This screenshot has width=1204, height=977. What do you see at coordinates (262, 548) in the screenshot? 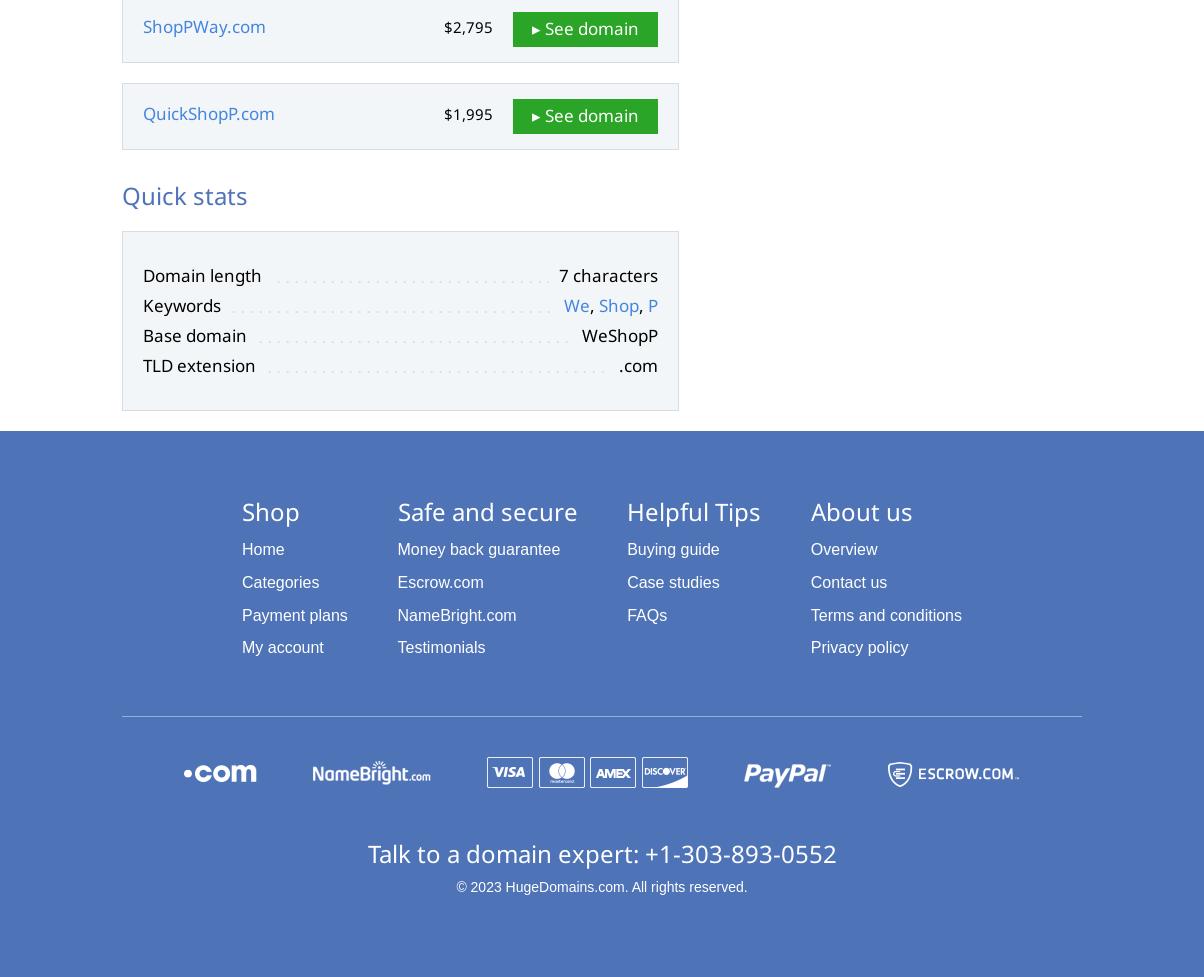
I see `'Home'` at bounding box center [262, 548].